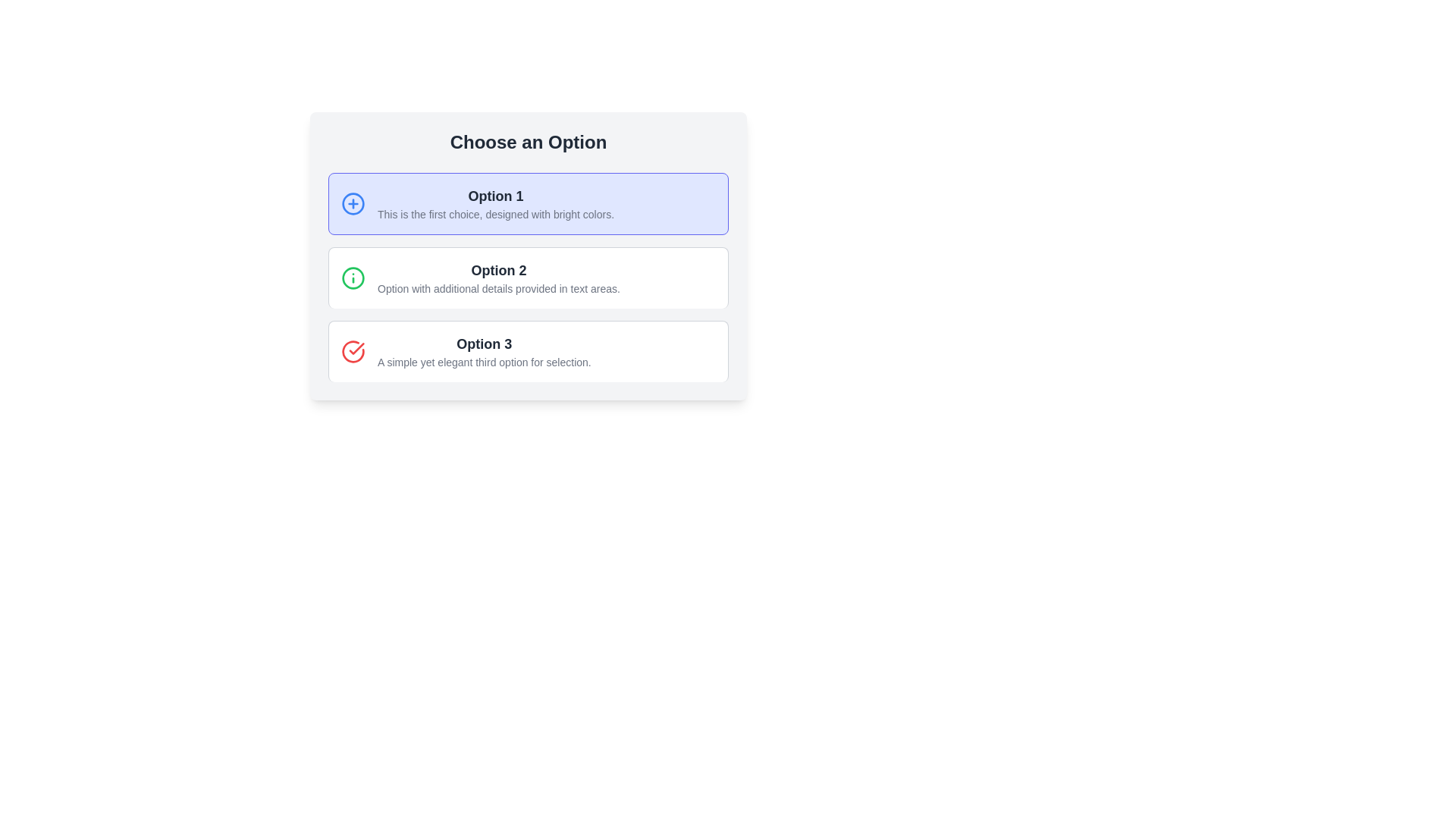 The height and width of the screenshot is (819, 1456). I want to click on the text label that reads 'A simple yet elegant third option for selection.' located below the title 'Option 3' in the third section of the choice group layout, so click(483, 362).